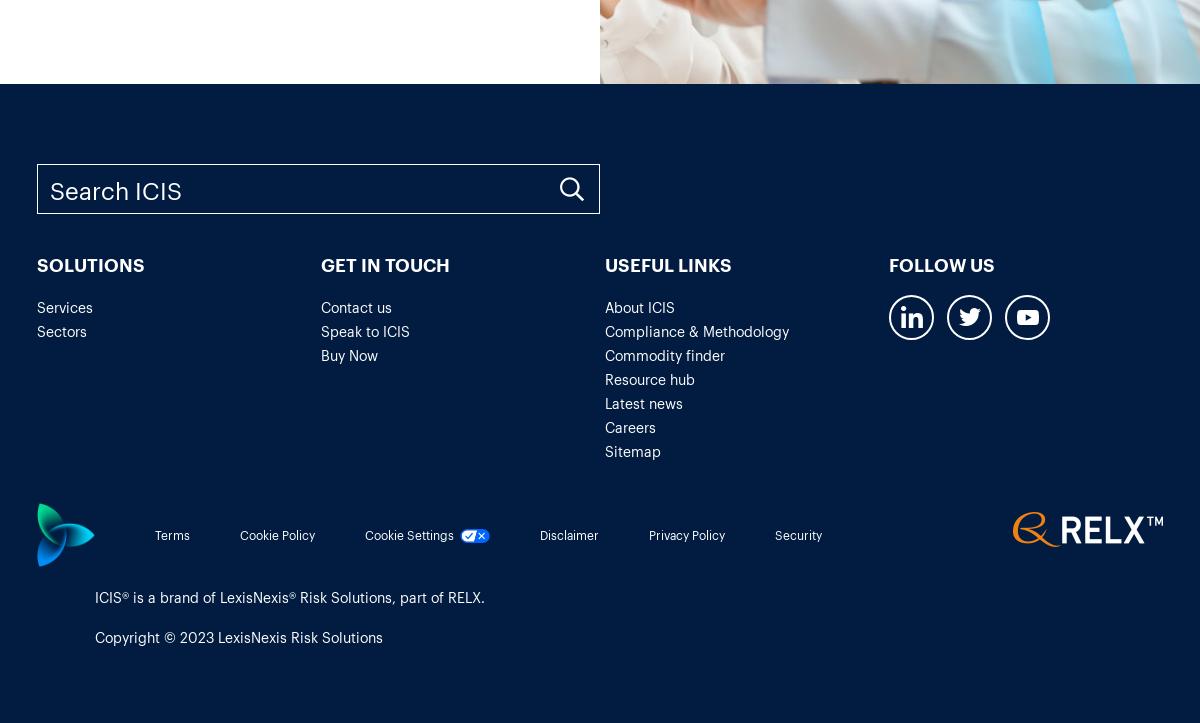 Image resolution: width=1200 pixels, height=723 pixels. Describe the element at coordinates (650, 376) in the screenshot. I see `'Resource hub'` at that location.